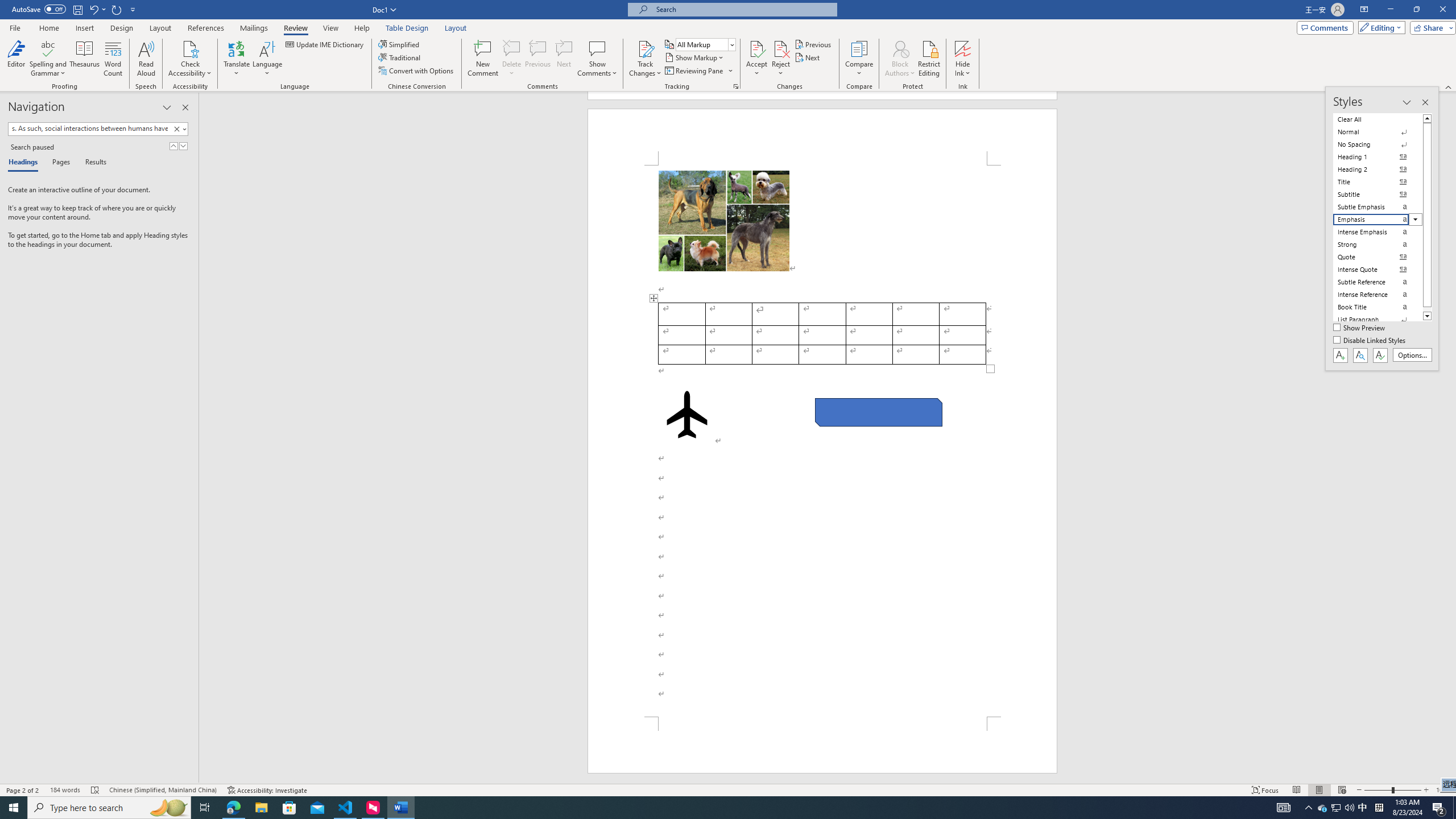 The height and width of the screenshot is (819, 1456). I want to click on 'Restrict Editing', so click(929, 59).